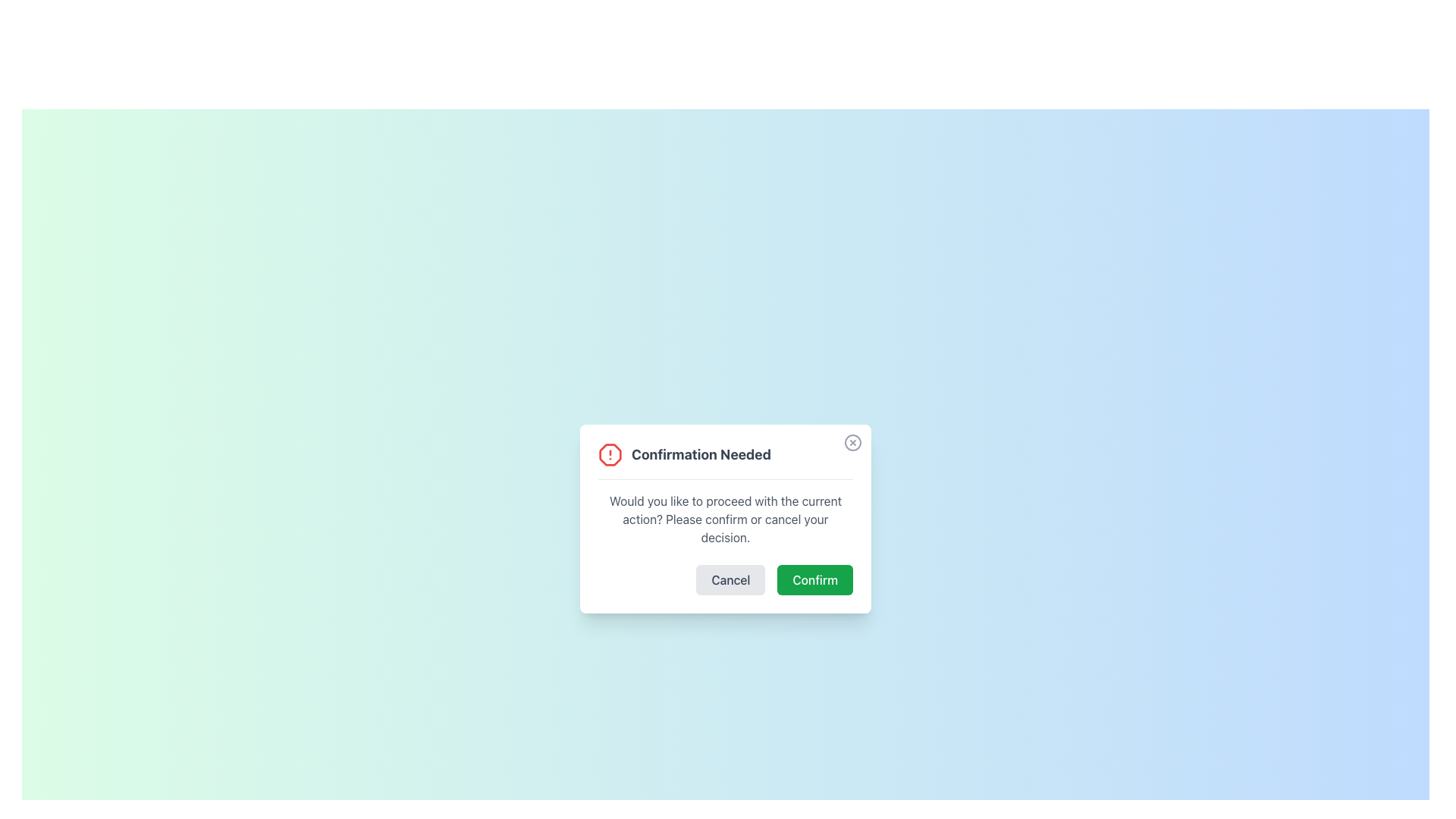 This screenshot has width=1456, height=819. What do you see at coordinates (610, 453) in the screenshot?
I see `the warning icon that indicates an alert related to the current dialog box, positioned to the left of the 'Confirmation Needed' text` at bounding box center [610, 453].